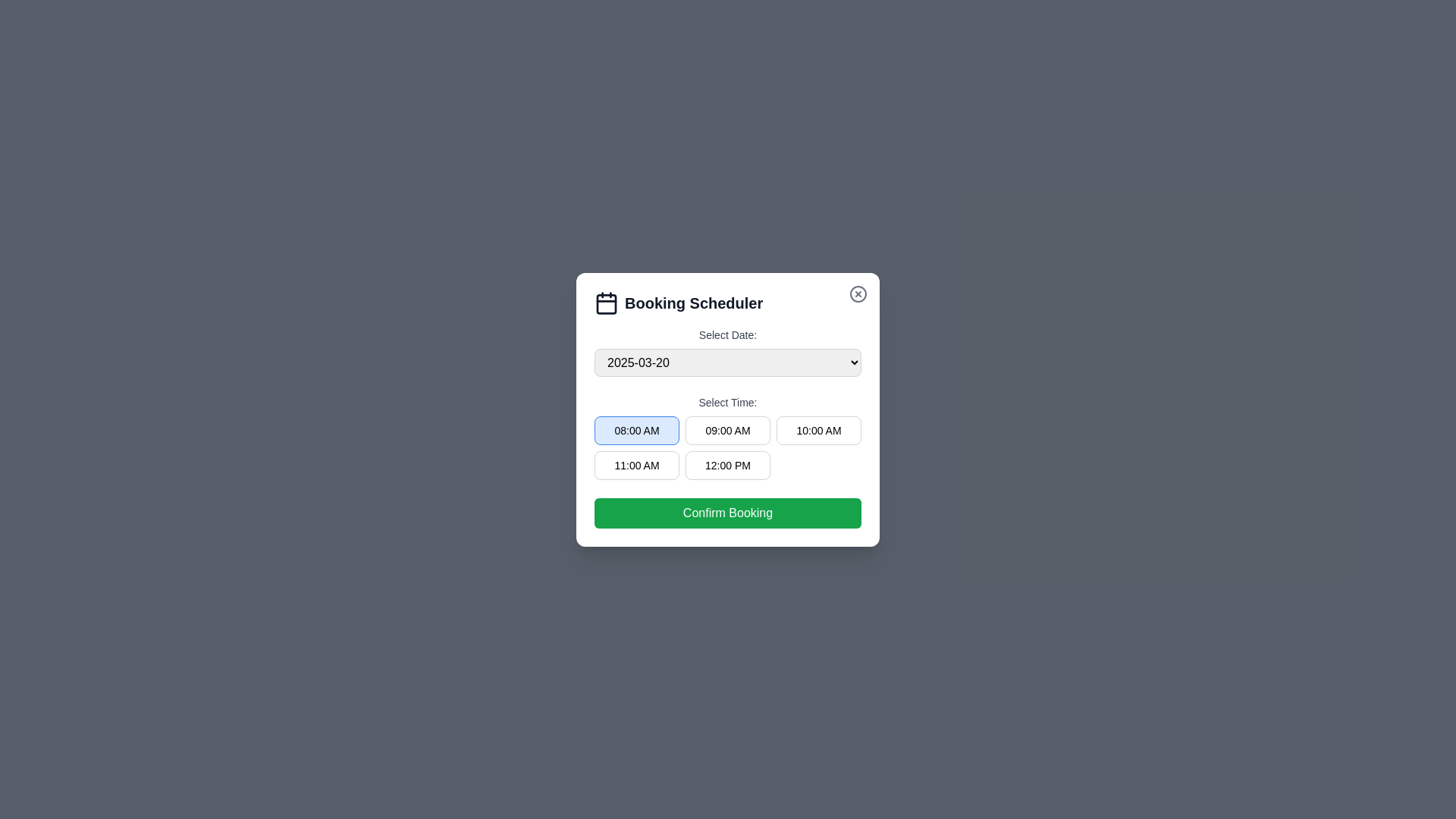  What do you see at coordinates (728, 437) in the screenshot?
I see `the time button in the 'Select Time:' grid` at bounding box center [728, 437].